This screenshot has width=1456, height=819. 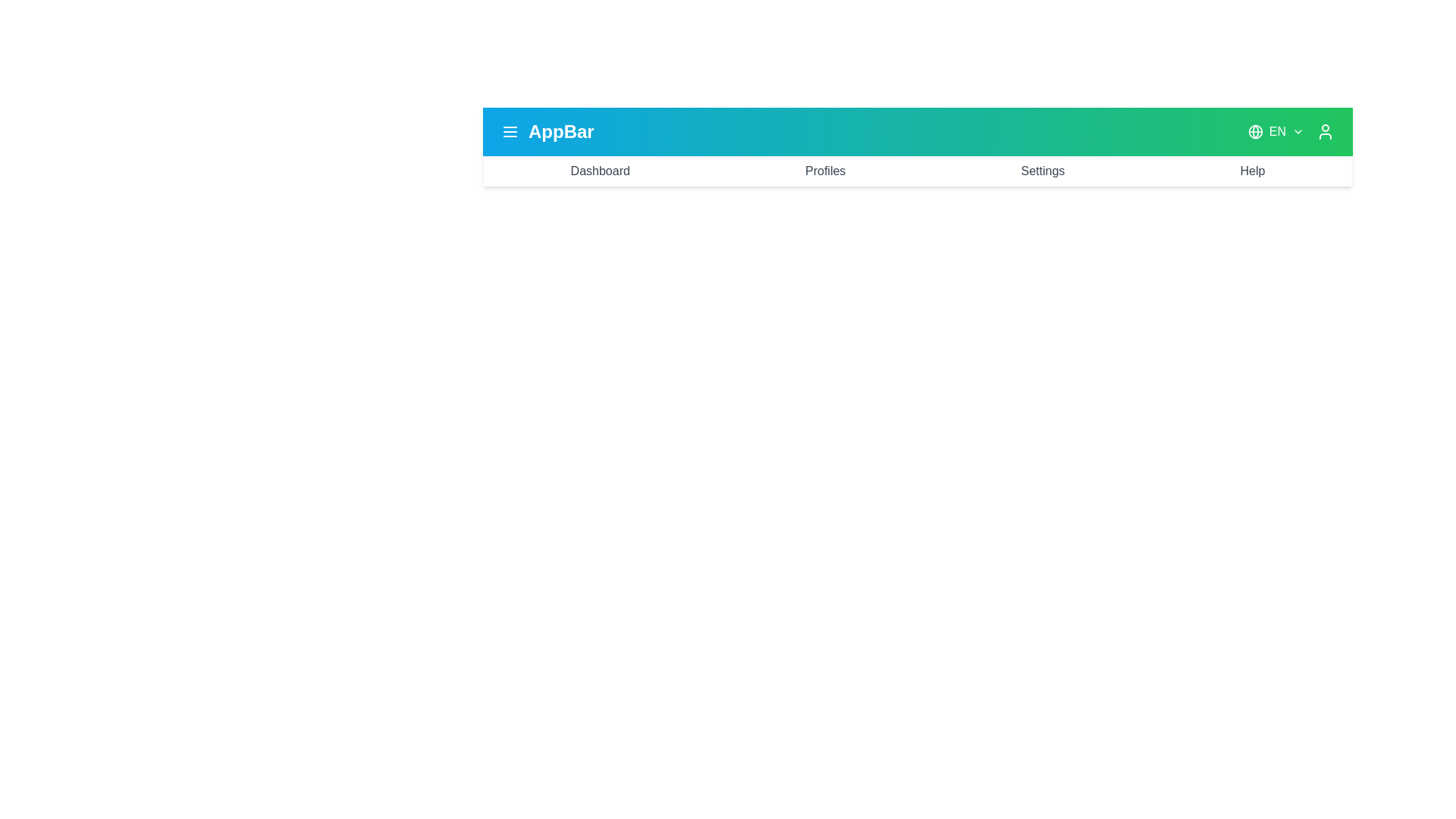 What do you see at coordinates (510, 130) in the screenshot?
I see `the menu icon to toggle the menu visibility` at bounding box center [510, 130].